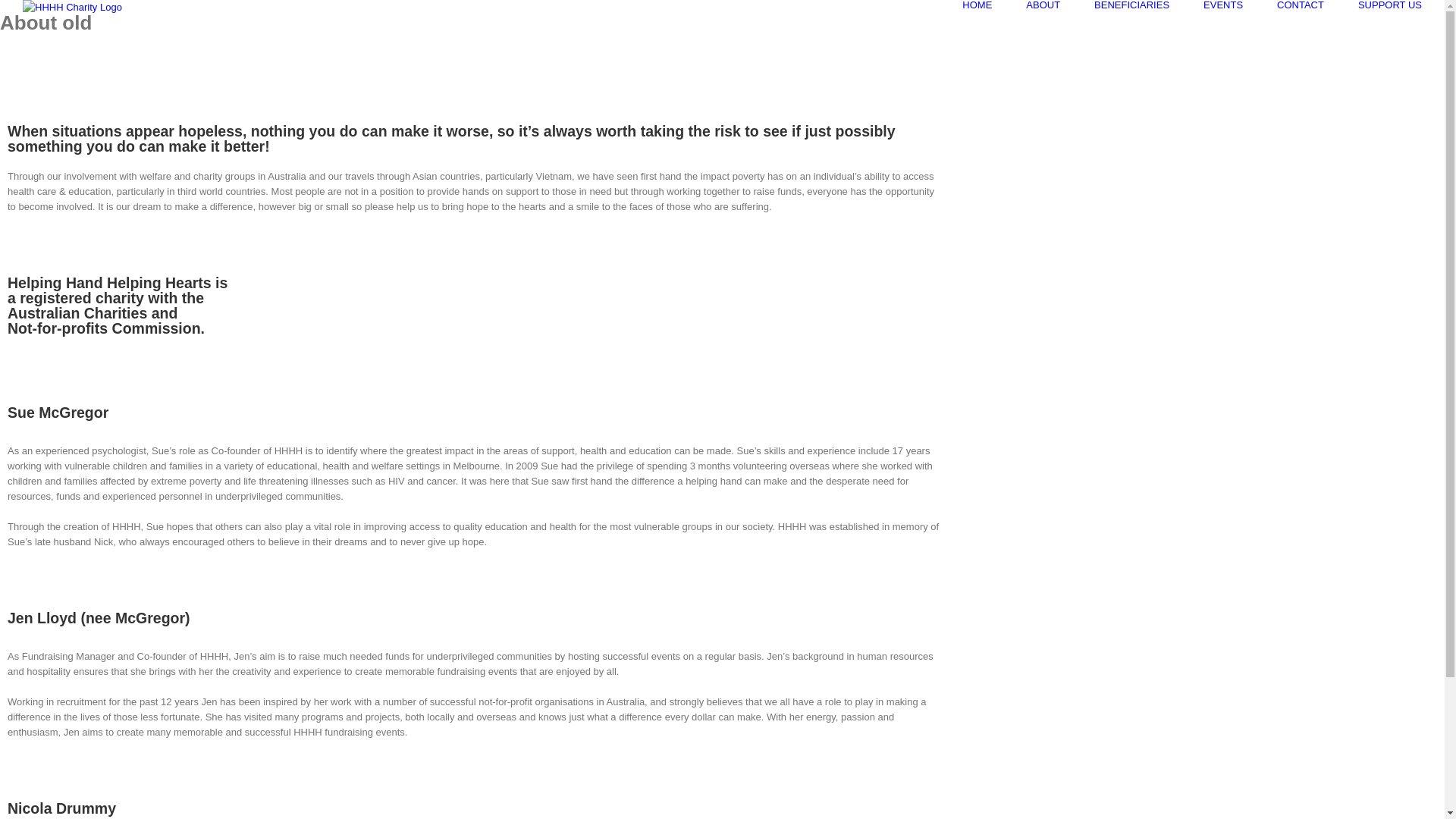  I want to click on 'EVENTS', so click(1222, 5).